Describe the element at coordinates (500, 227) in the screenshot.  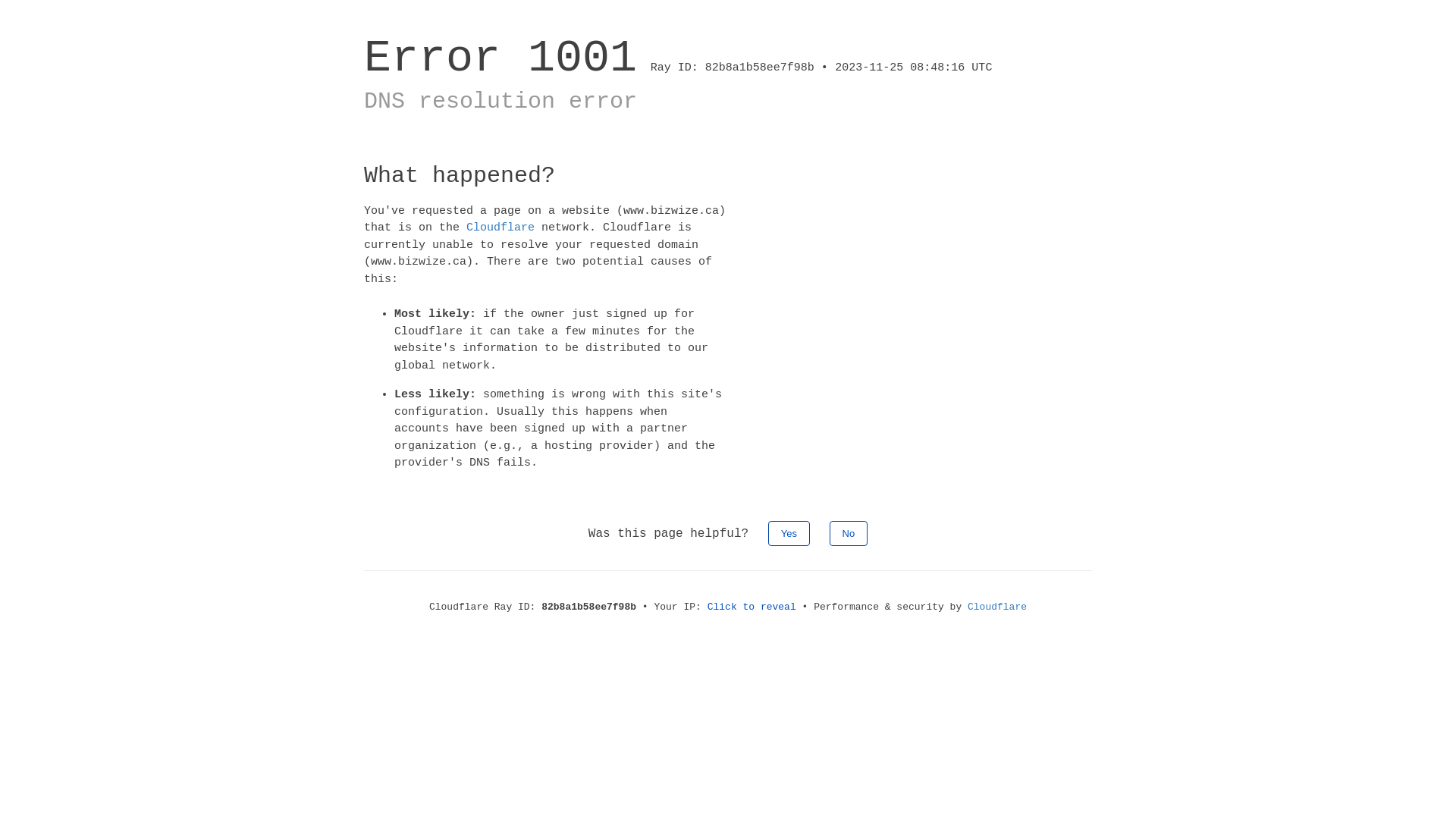
I see `'Cloudflare'` at that location.